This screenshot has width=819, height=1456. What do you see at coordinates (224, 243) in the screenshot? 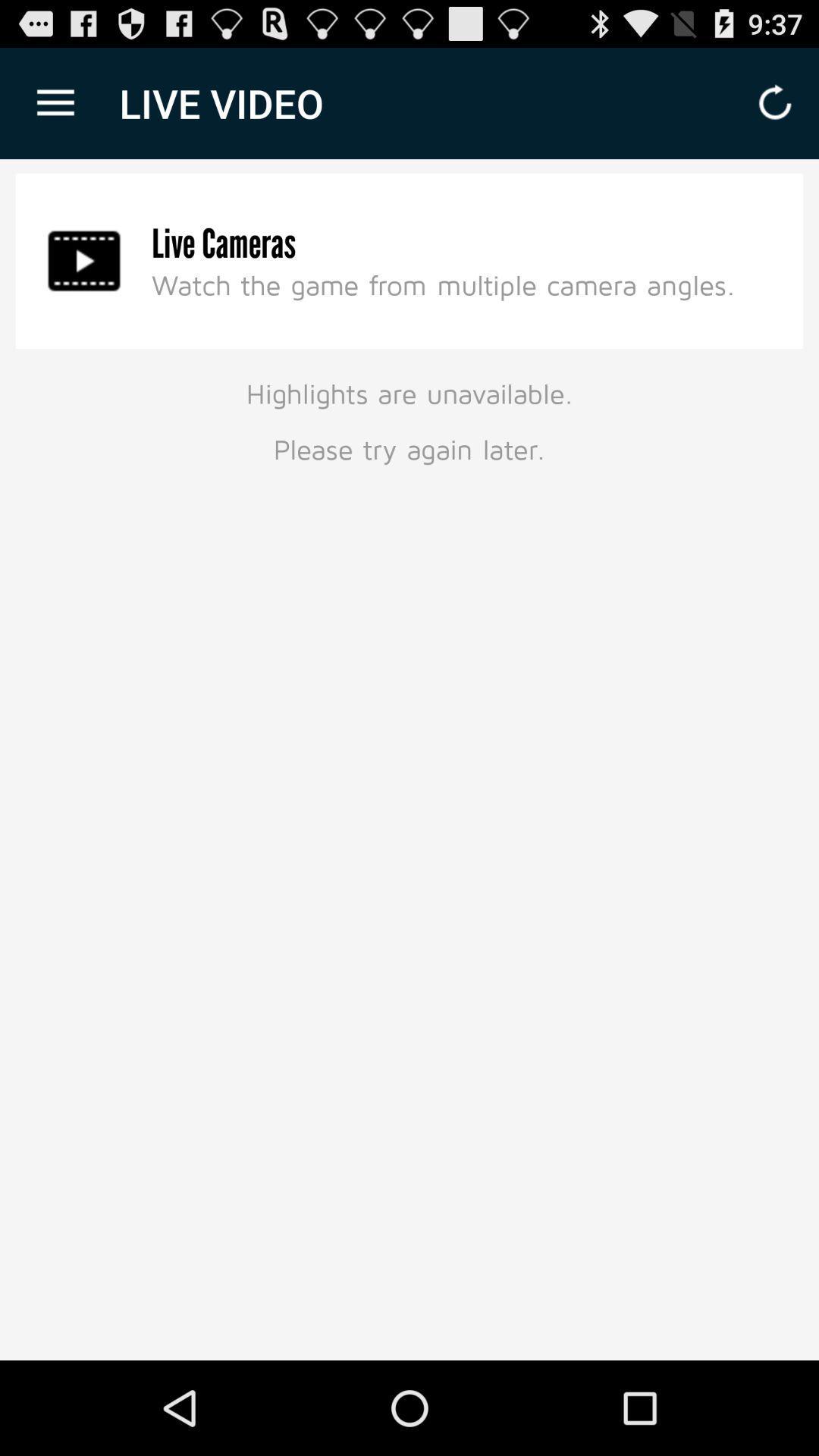
I see `the live cameras` at bounding box center [224, 243].